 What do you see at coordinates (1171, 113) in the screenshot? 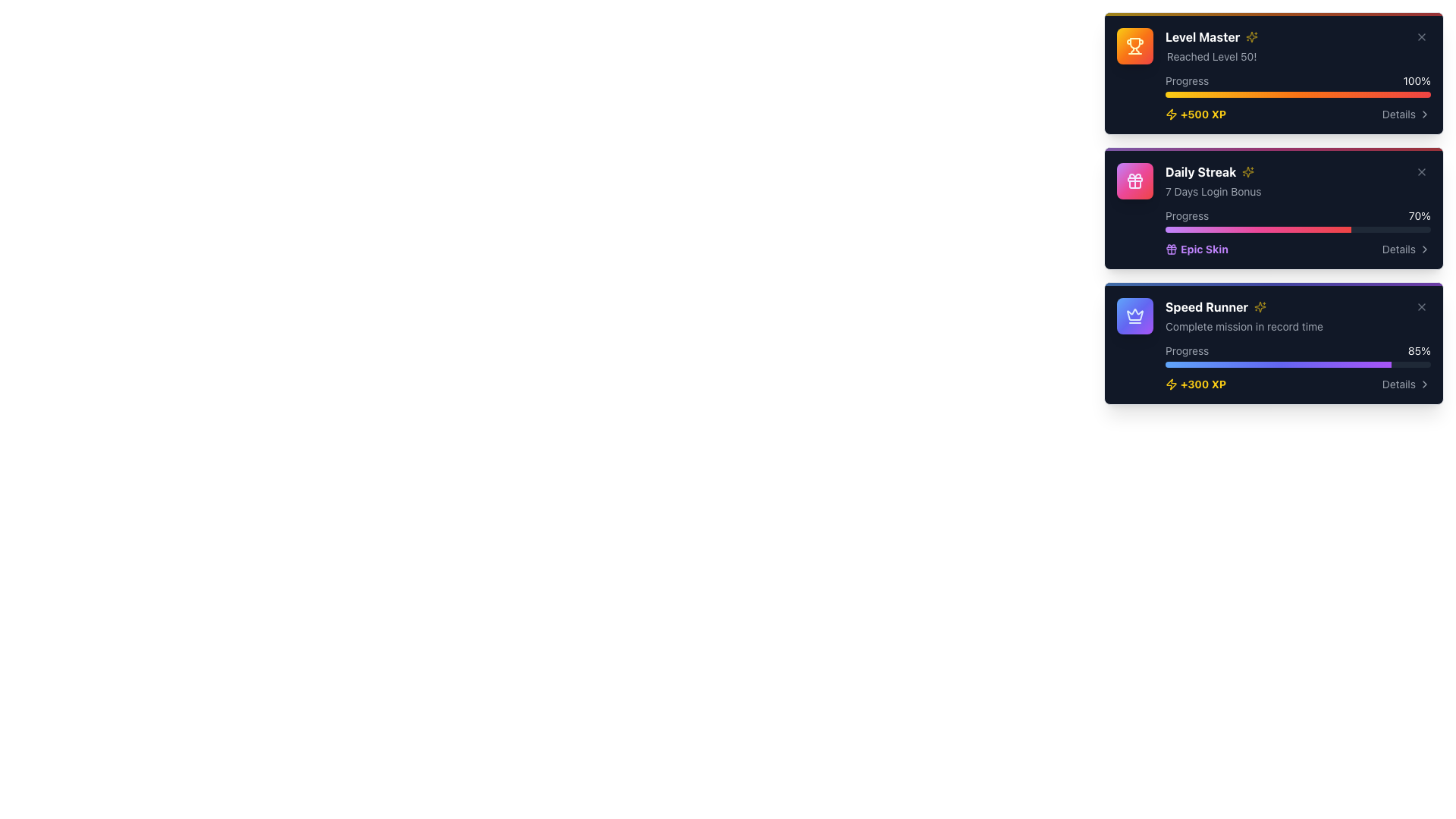
I see `the XP icon that emphasizes the '+500 XP' value, located on the first card in the right-hand section of the interface` at bounding box center [1171, 113].